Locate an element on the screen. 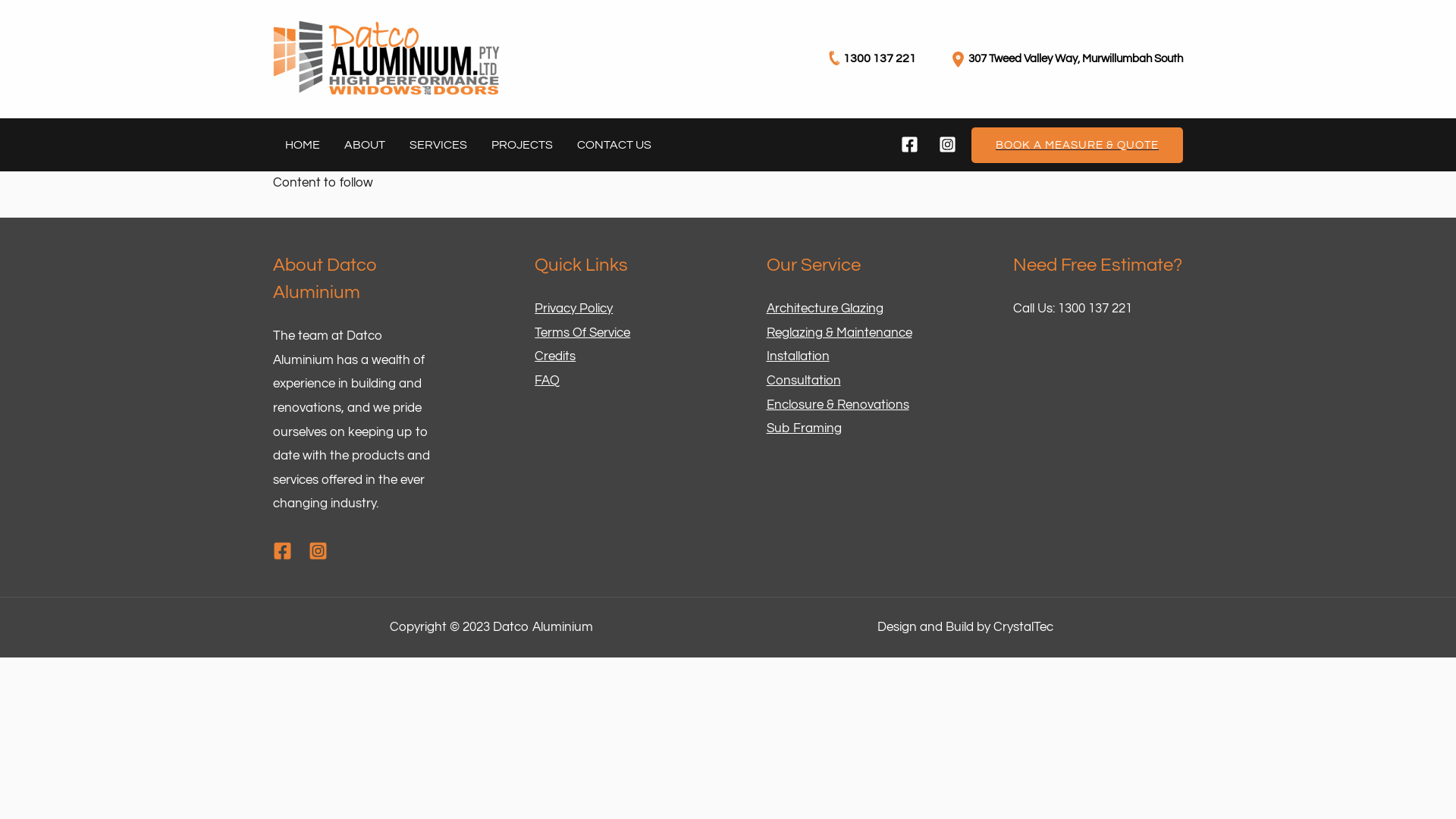 The image size is (1456, 819). 'Enclosure & Renovations' is located at coordinates (836, 403).